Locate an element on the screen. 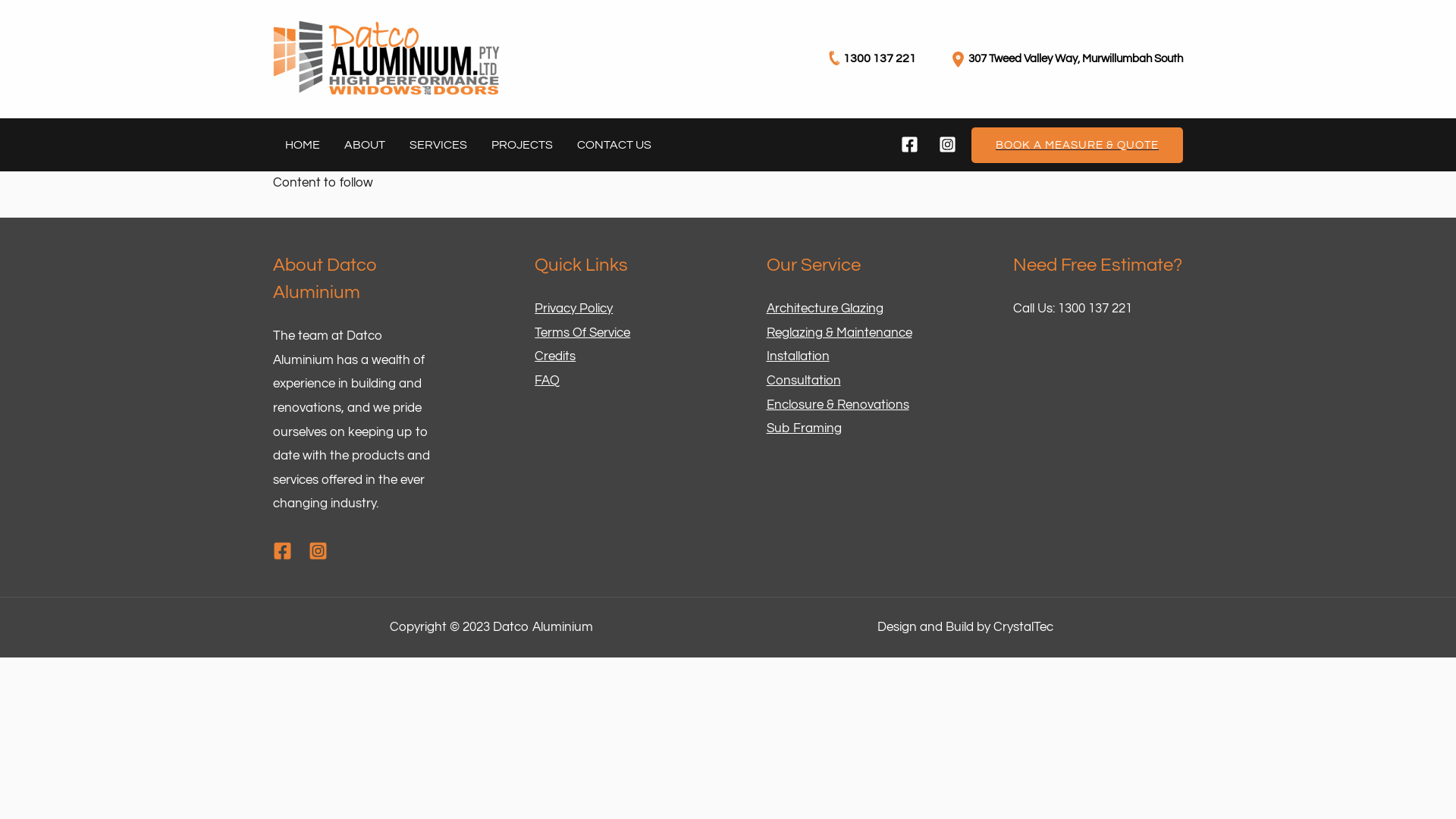 The image size is (1456, 819). 'Enclosure & Renovations' is located at coordinates (836, 403).